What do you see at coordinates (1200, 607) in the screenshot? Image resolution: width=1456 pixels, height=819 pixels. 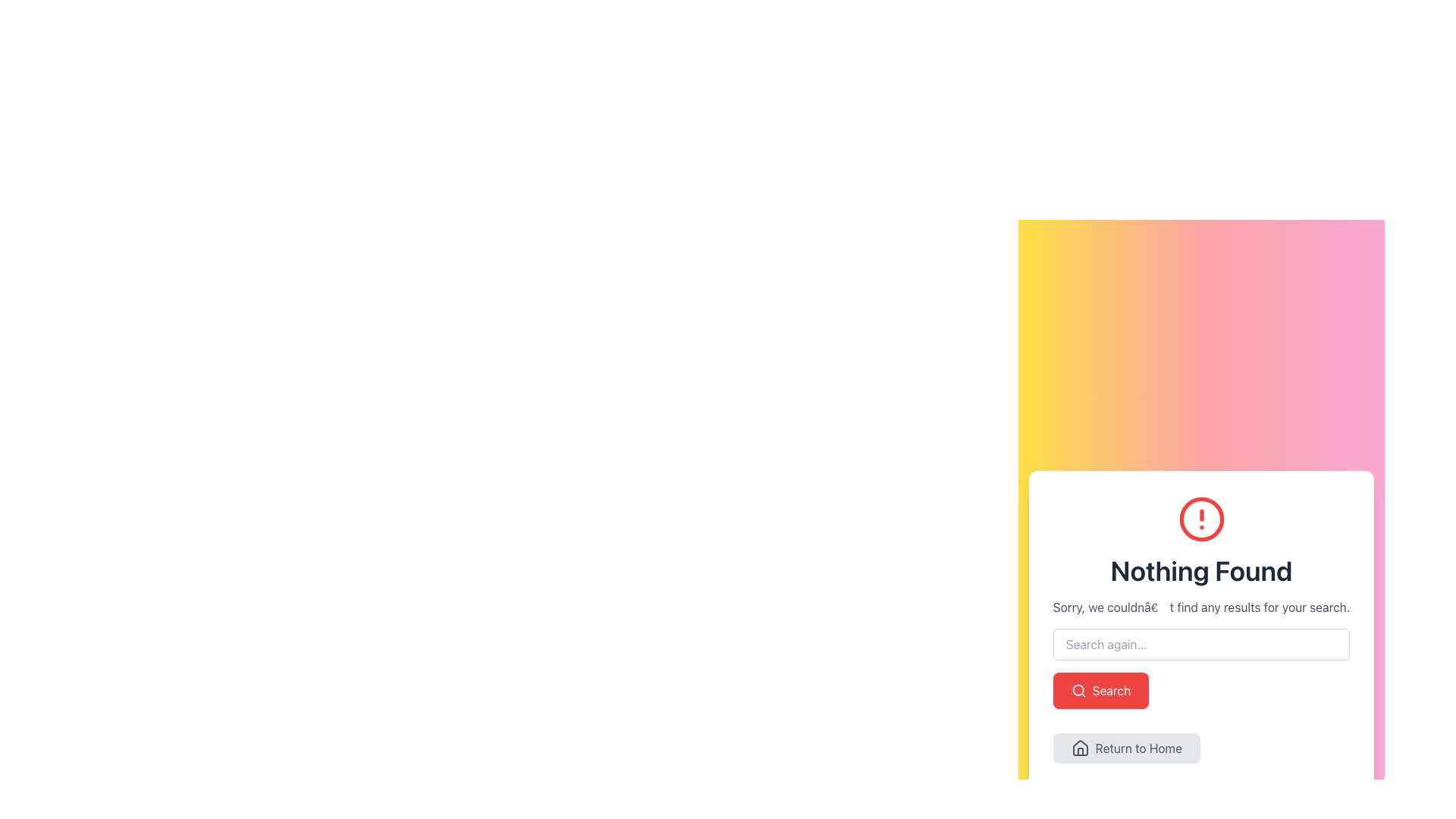 I see `message text that informs the user about the absence of search results, positioned below the title 'Nothing Found'` at bounding box center [1200, 607].